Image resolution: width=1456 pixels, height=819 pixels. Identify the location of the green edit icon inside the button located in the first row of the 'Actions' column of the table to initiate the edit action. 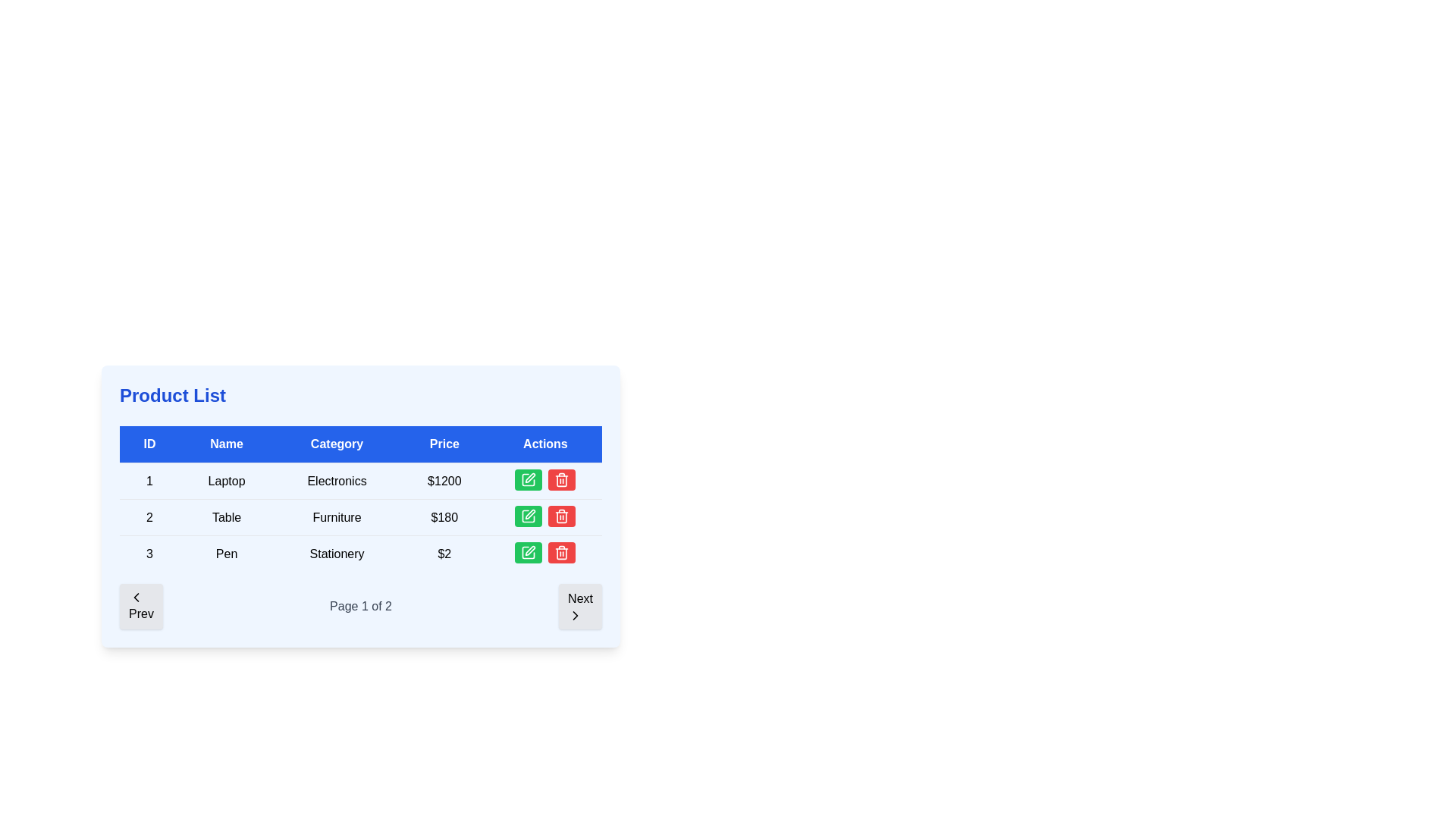
(529, 479).